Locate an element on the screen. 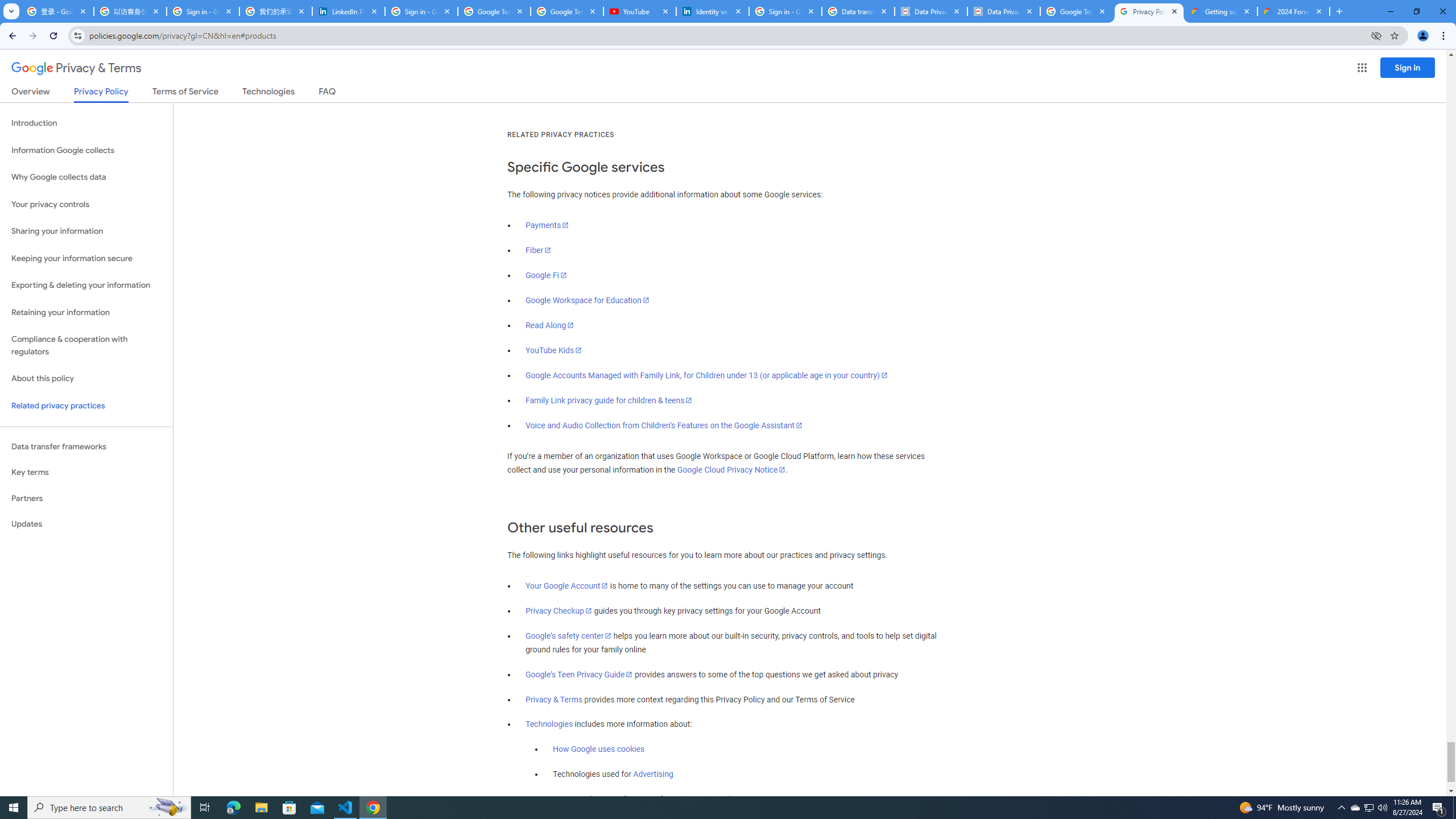 This screenshot has height=819, width=1456. 'Google Workspace for Education' is located at coordinates (586, 299).